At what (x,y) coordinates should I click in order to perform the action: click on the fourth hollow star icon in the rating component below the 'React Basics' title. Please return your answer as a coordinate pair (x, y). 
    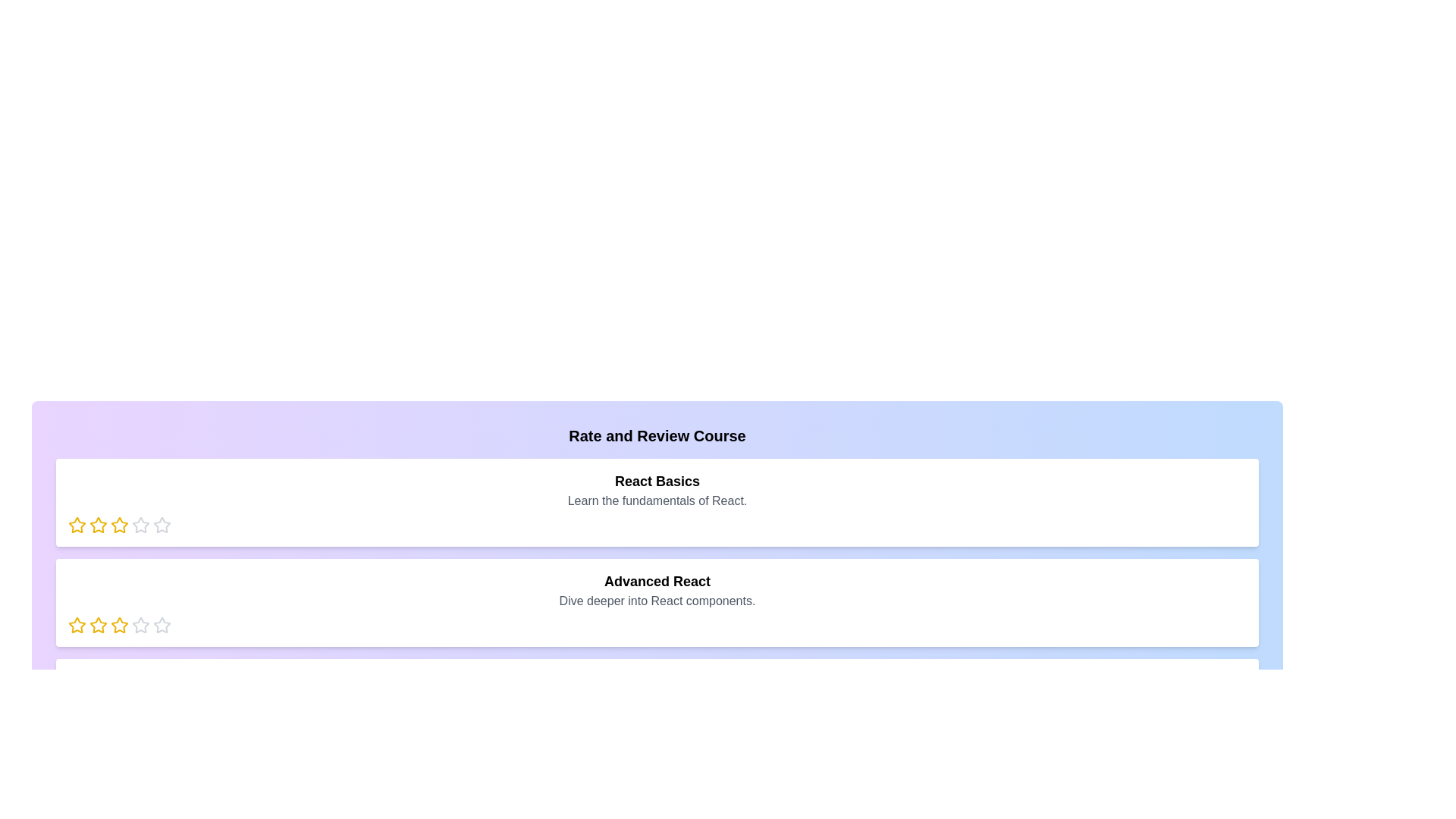
    Looking at the image, I should click on (162, 524).